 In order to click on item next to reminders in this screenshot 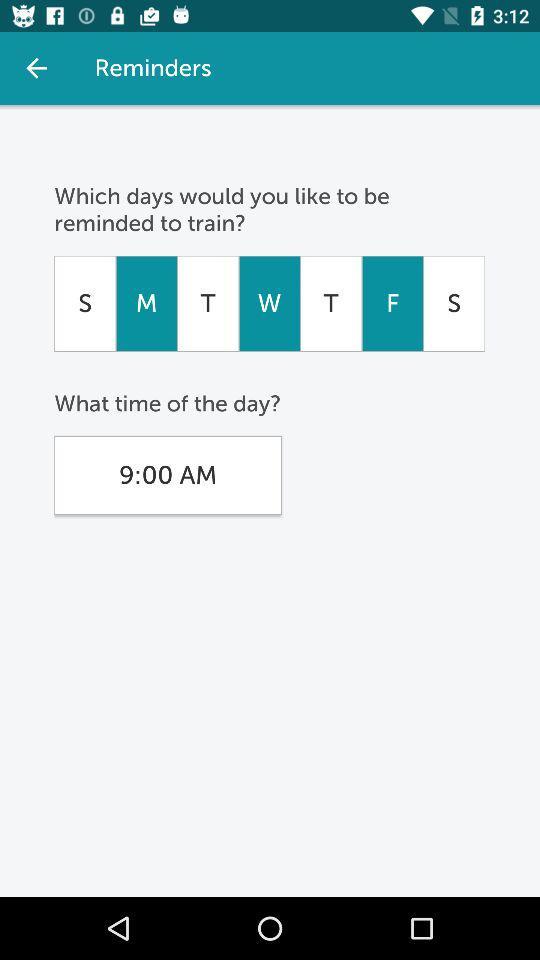, I will do `click(36, 68)`.